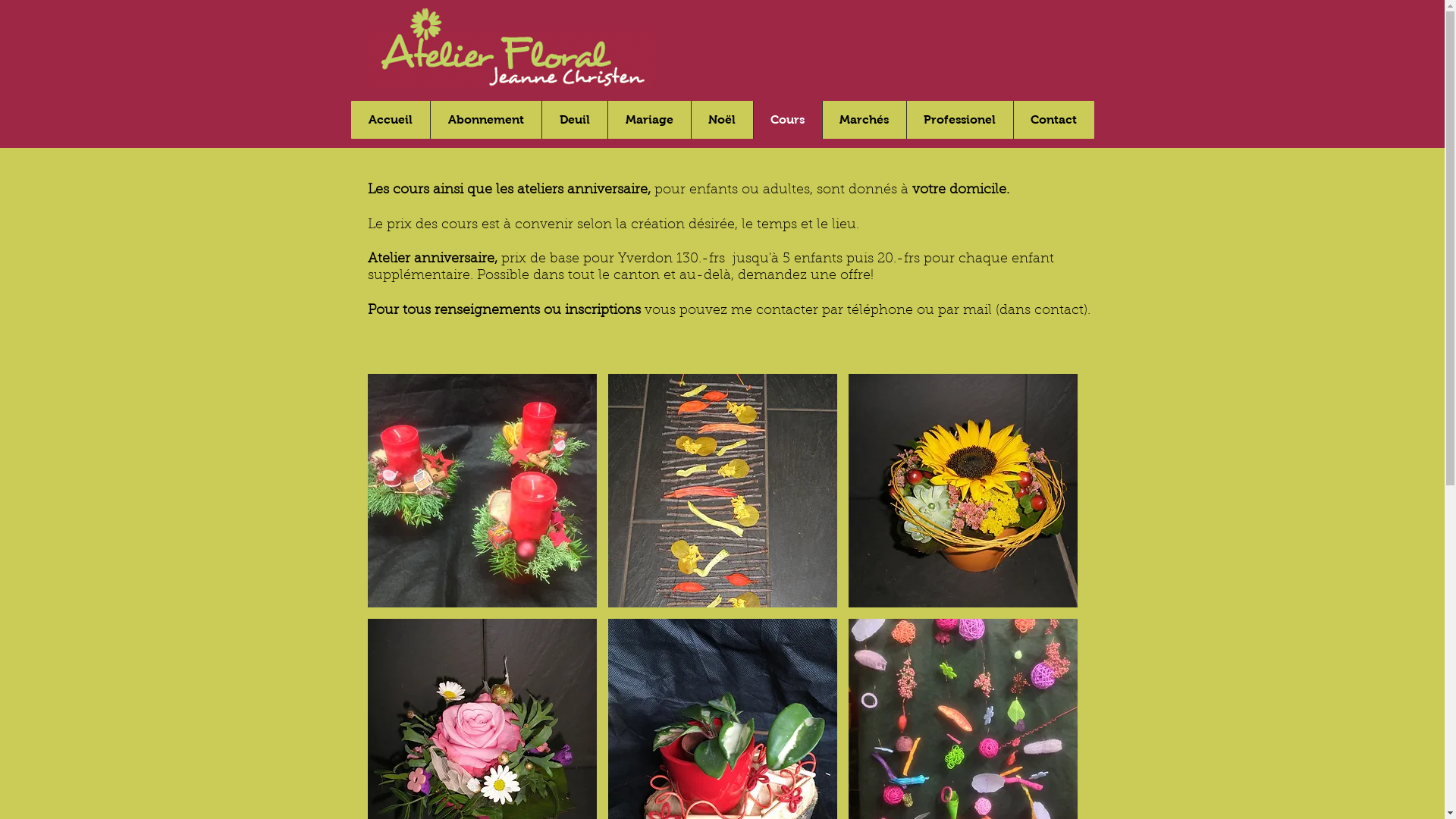  I want to click on 'Accueil', so click(389, 119).